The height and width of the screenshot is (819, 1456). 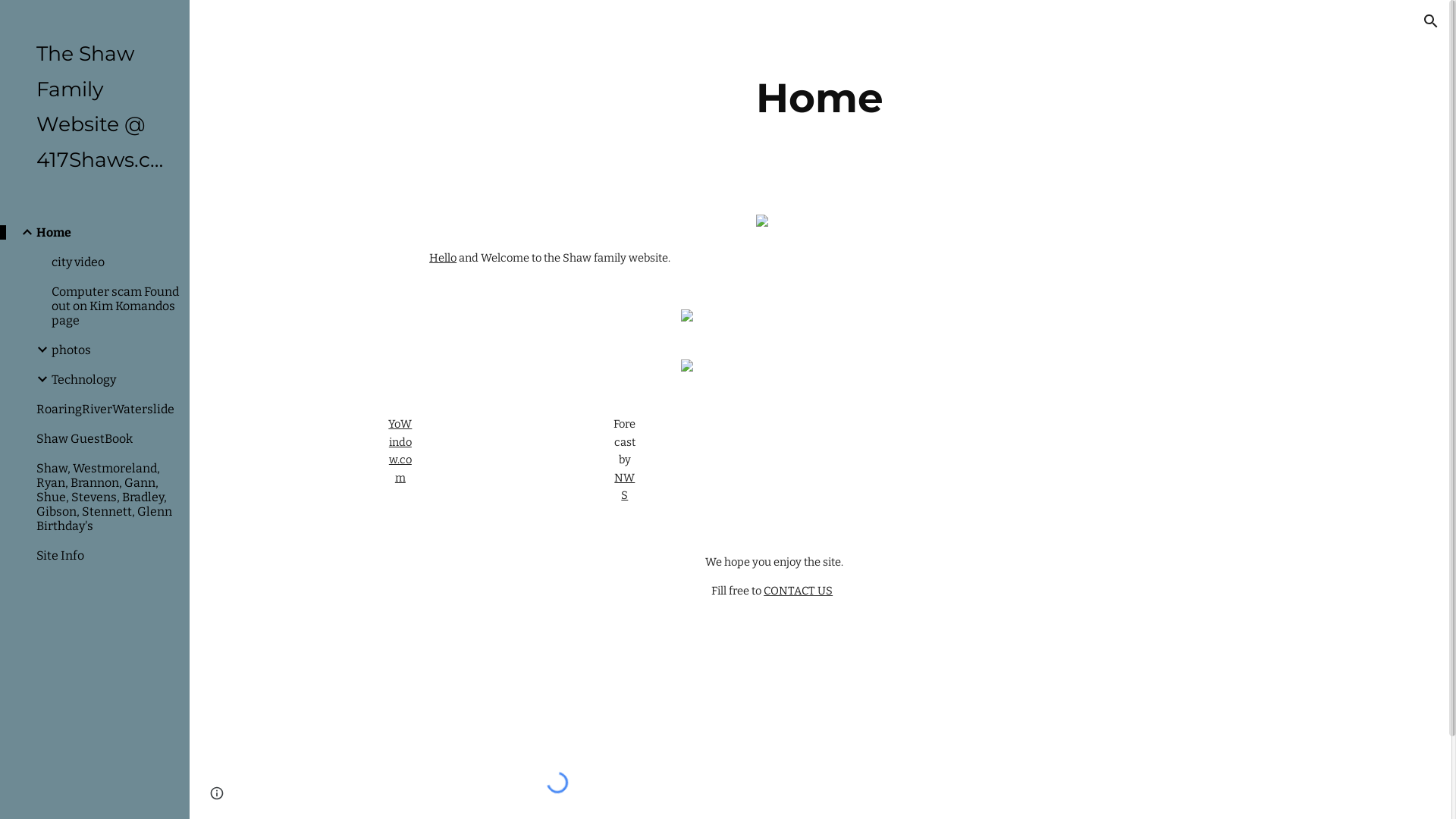 I want to click on 'CONTACT US', so click(x=797, y=590).